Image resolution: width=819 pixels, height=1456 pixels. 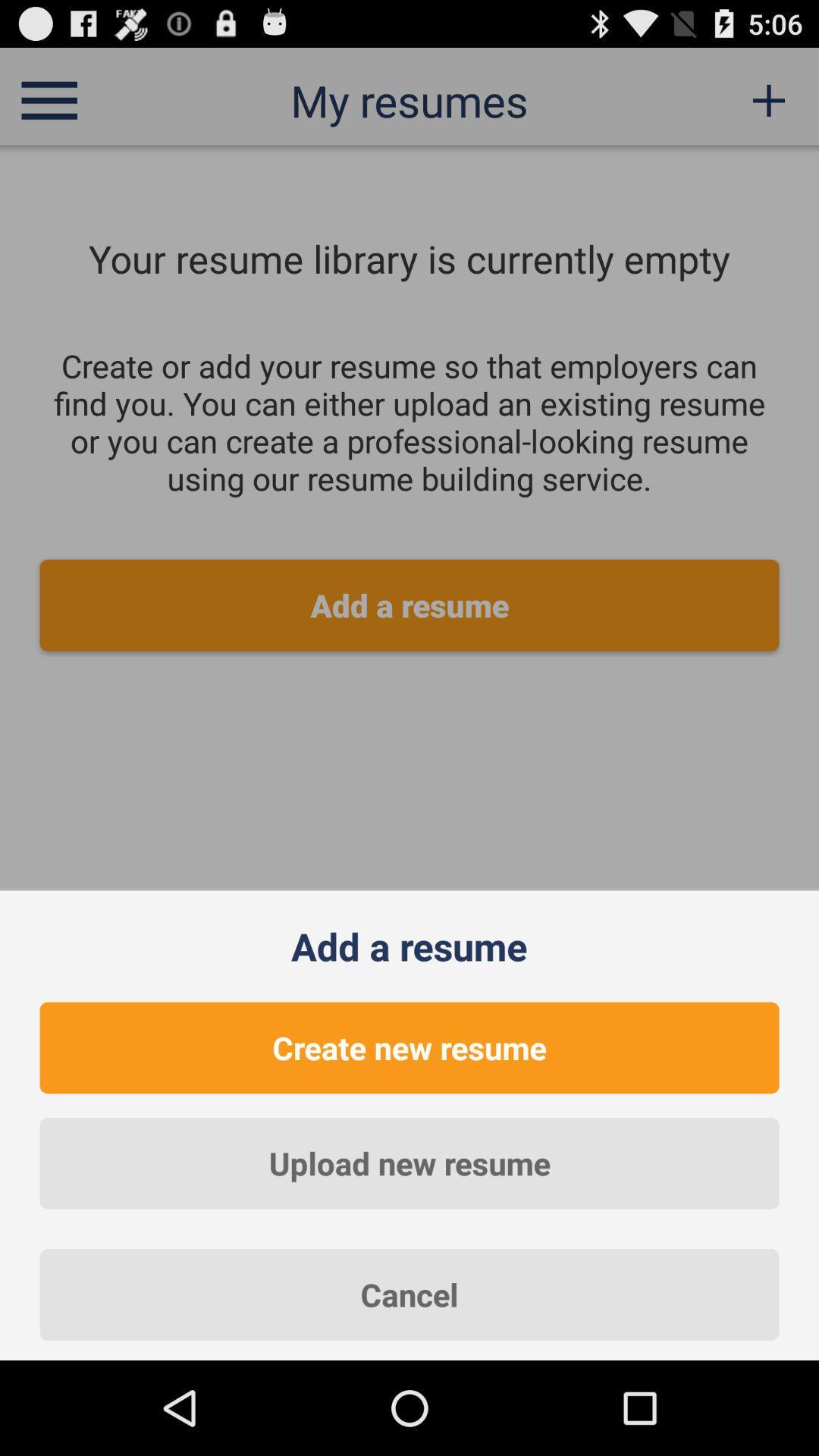 What do you see at coordinates (409, 1294) in the screenshot?
I see `the cancel button` at bounding box center [409, 1294].